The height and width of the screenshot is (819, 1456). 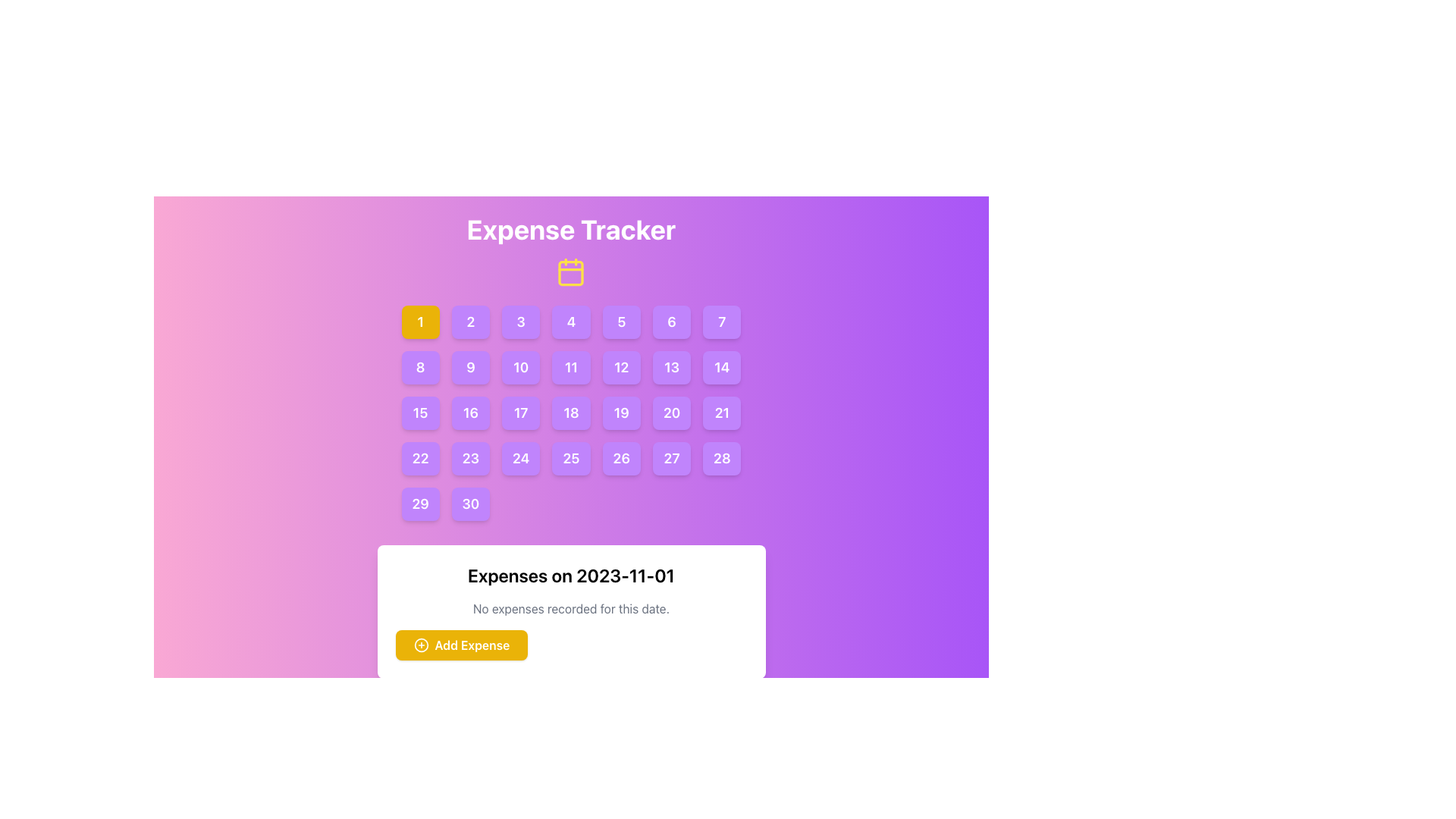 I want to click on the button representing the date '6' in the calendar to observe visual feedback, so click(x=671, y=321).